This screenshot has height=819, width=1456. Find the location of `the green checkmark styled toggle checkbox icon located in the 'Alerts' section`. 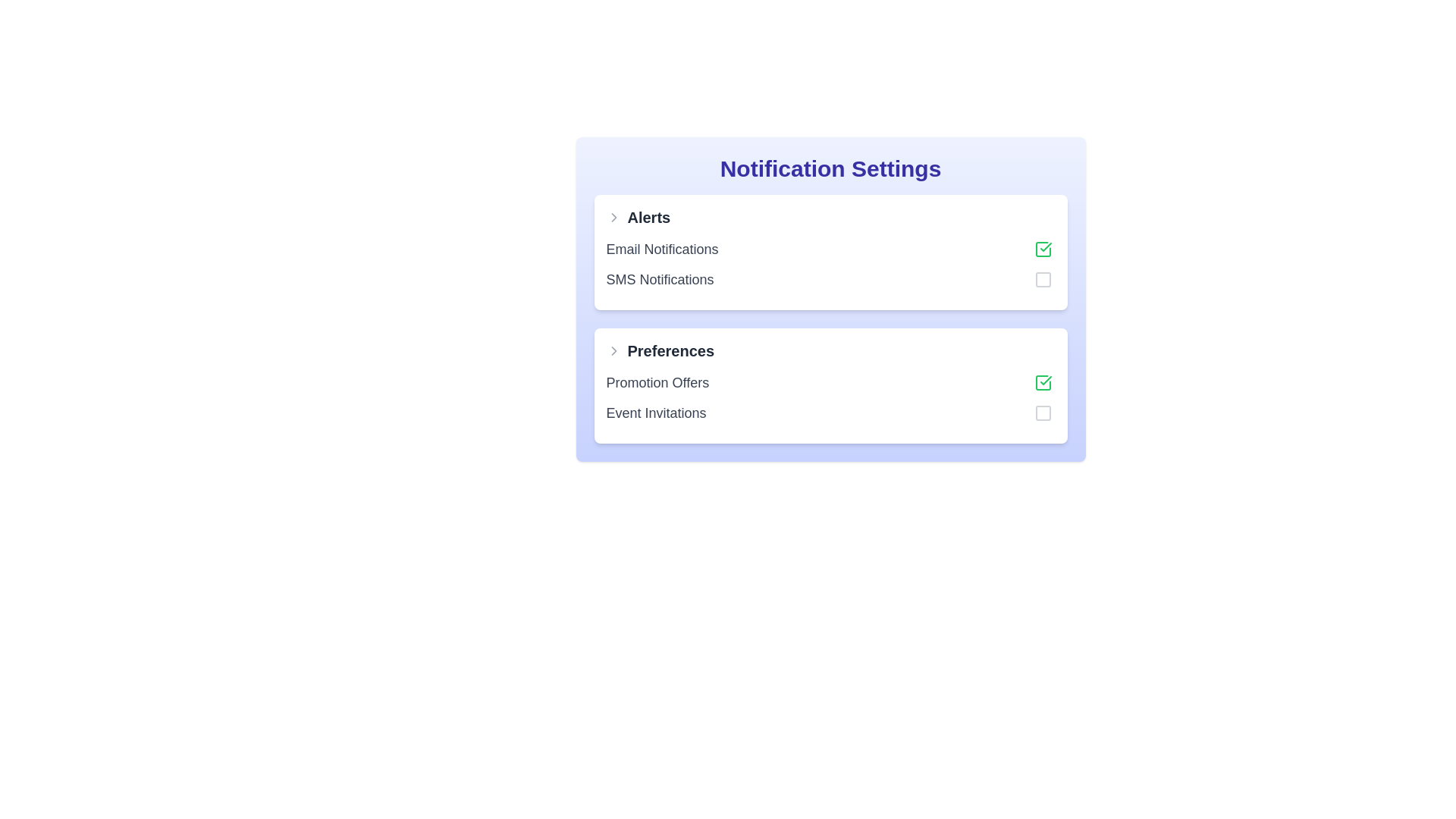

the green checkmark styled toggle checkbox icon located in the 'Alerts' section is located at coordinates (1042, 248).